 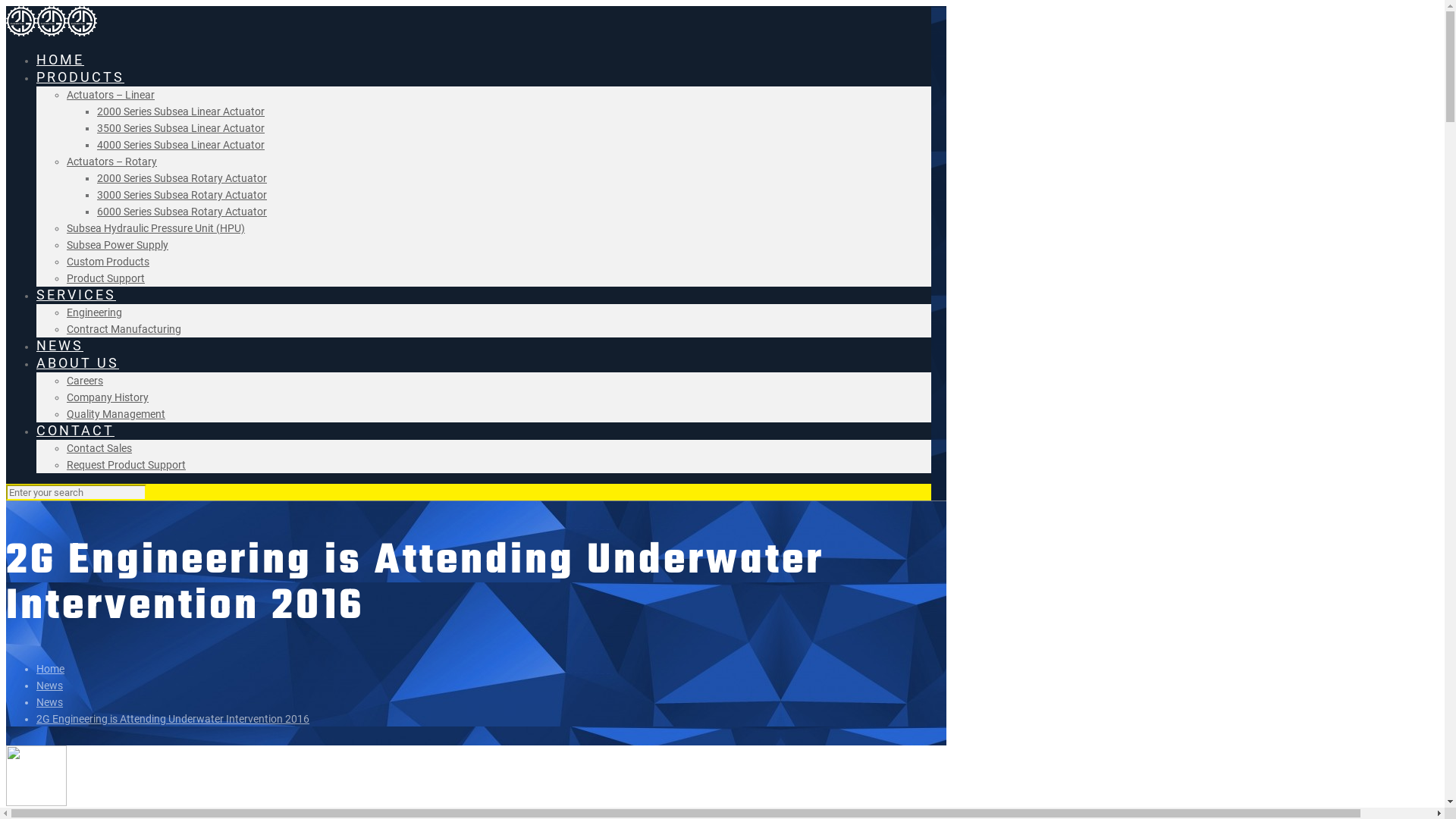 What do you see at coordinates (116, 244) in the screenshot?
I see `'Subsea Power Supply'` at bounding box center [116, 244].